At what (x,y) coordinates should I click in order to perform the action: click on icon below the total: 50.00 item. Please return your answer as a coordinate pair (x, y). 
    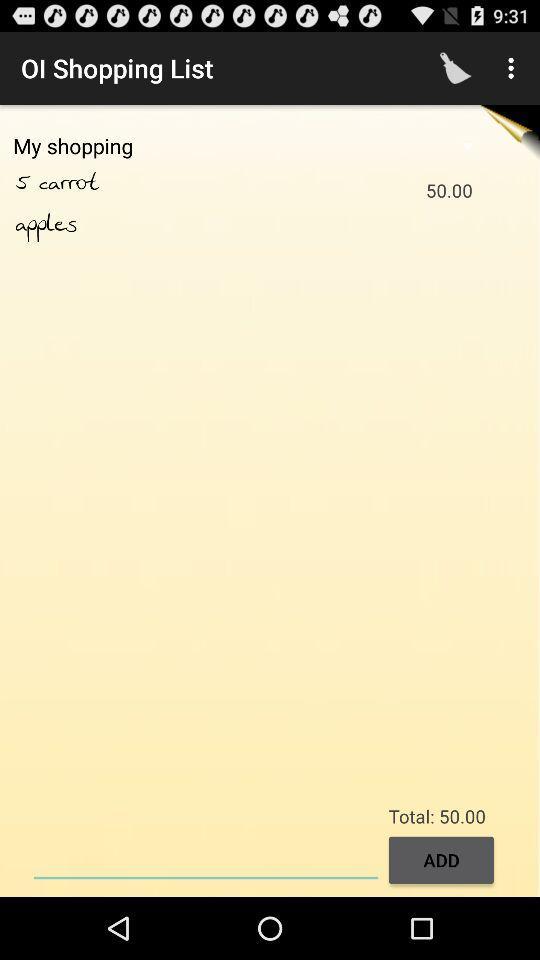
    Looking at the image, I should click on (205, 857).